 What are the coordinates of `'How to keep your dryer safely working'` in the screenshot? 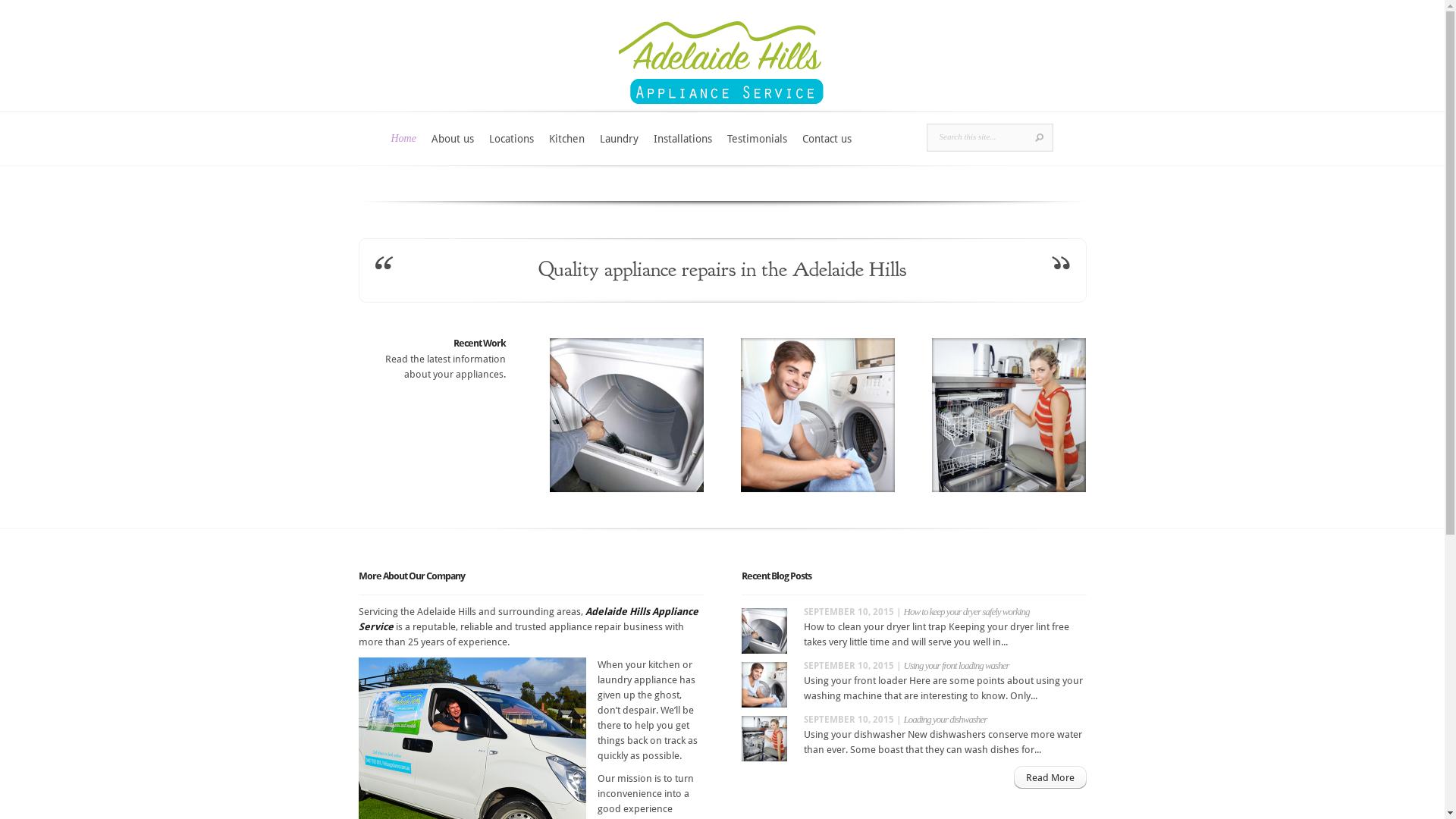 It's located at (903, 610).